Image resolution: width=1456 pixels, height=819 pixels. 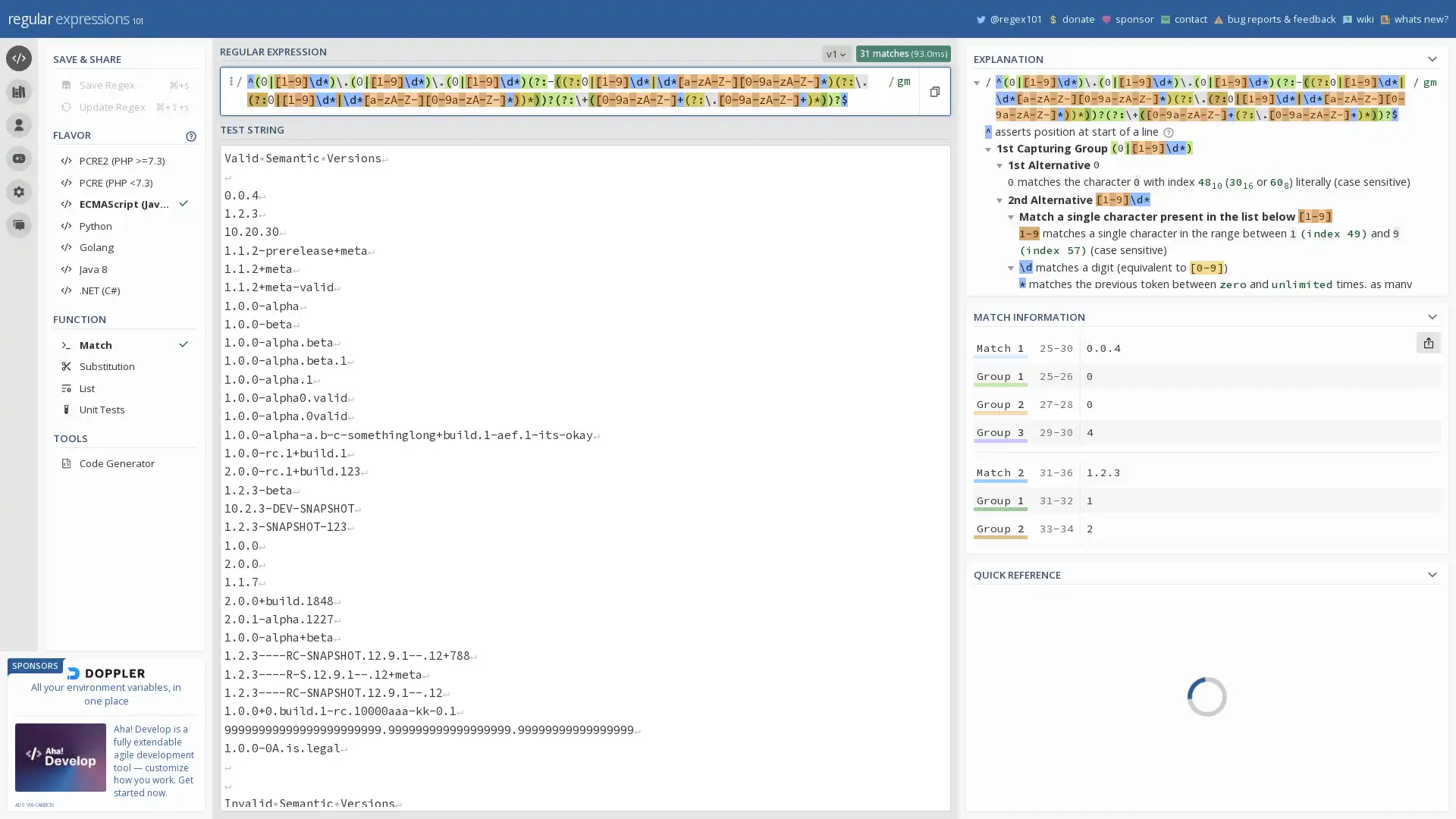 What do you see at coordinates (1282, 752) in the screenshot?
I see `Any whitespace character \s` at bounding box center [1282, 752].